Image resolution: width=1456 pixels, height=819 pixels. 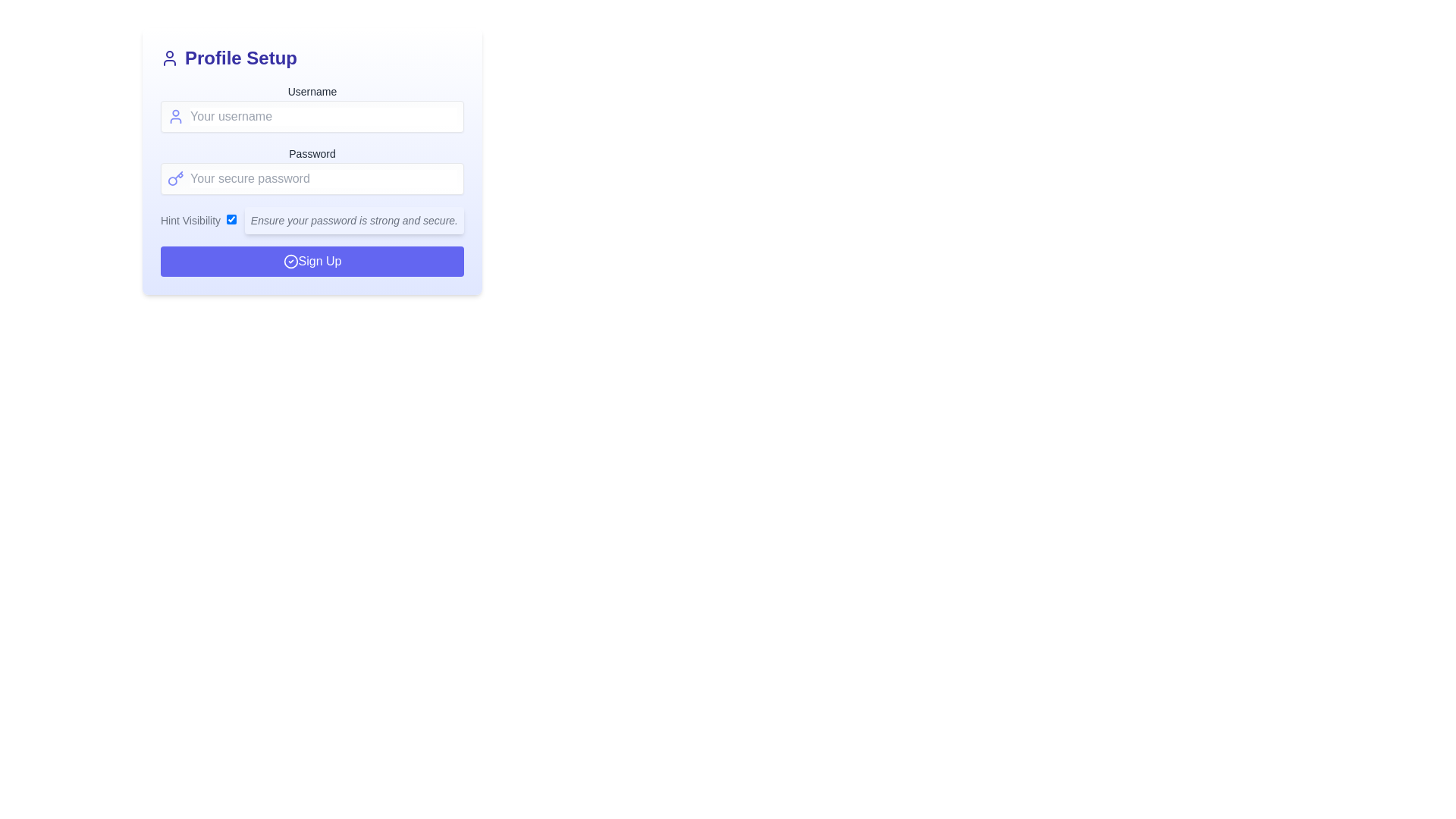 I want to click on the italicized text element reading 'Ensure your password is strong and secure.' which is located in the hint section under the 'Password' field, so click(x=353, y=220).